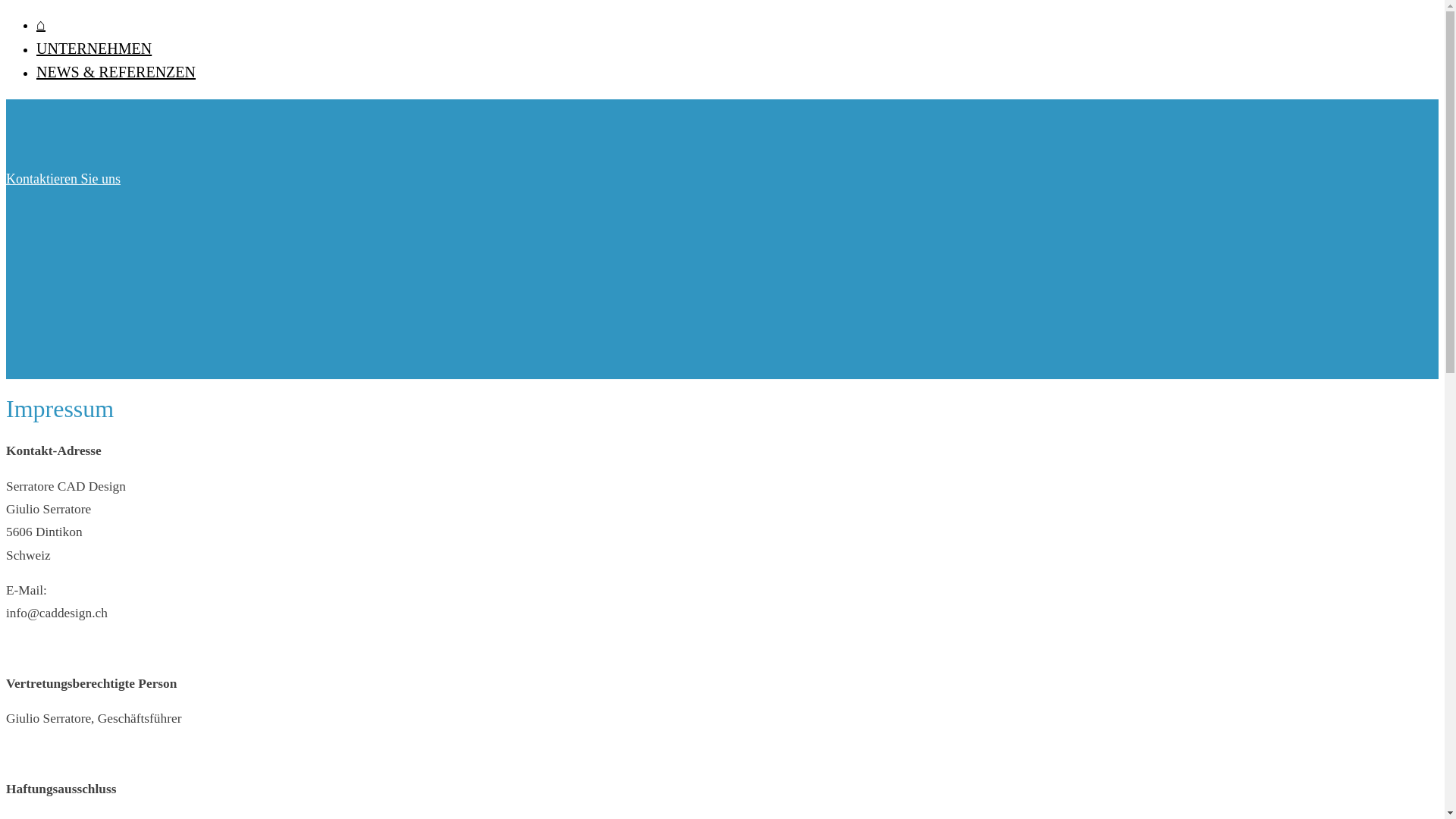 The width and height of the screenshot is (1456, 819). What do you see at coordinates (62, 177) in the screenshot?
I see `'Kontaktieren Sie uns'` at bounding box center [62, 177].